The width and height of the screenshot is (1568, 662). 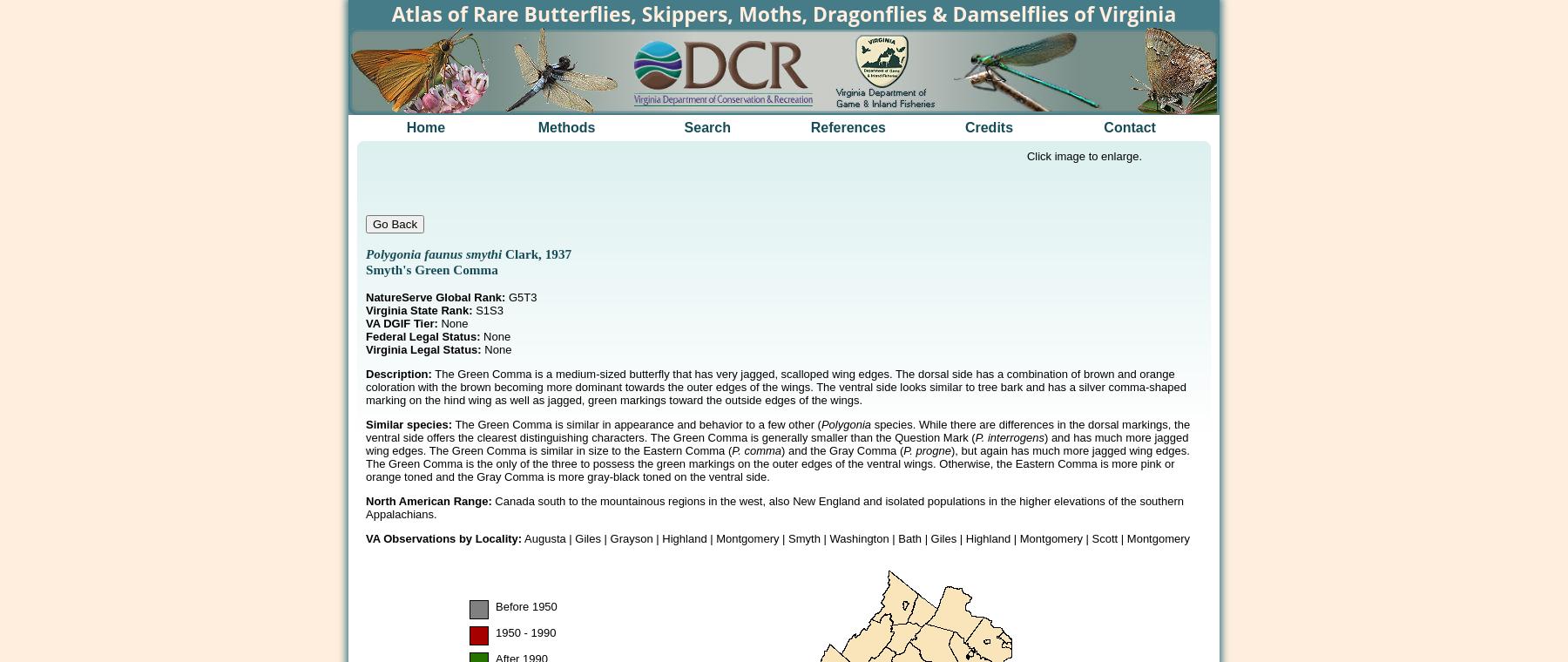 What do you see at coordinates (1129, 127) in the screenshot?
I see `'Contact'` at bounding box center [1129, 127].